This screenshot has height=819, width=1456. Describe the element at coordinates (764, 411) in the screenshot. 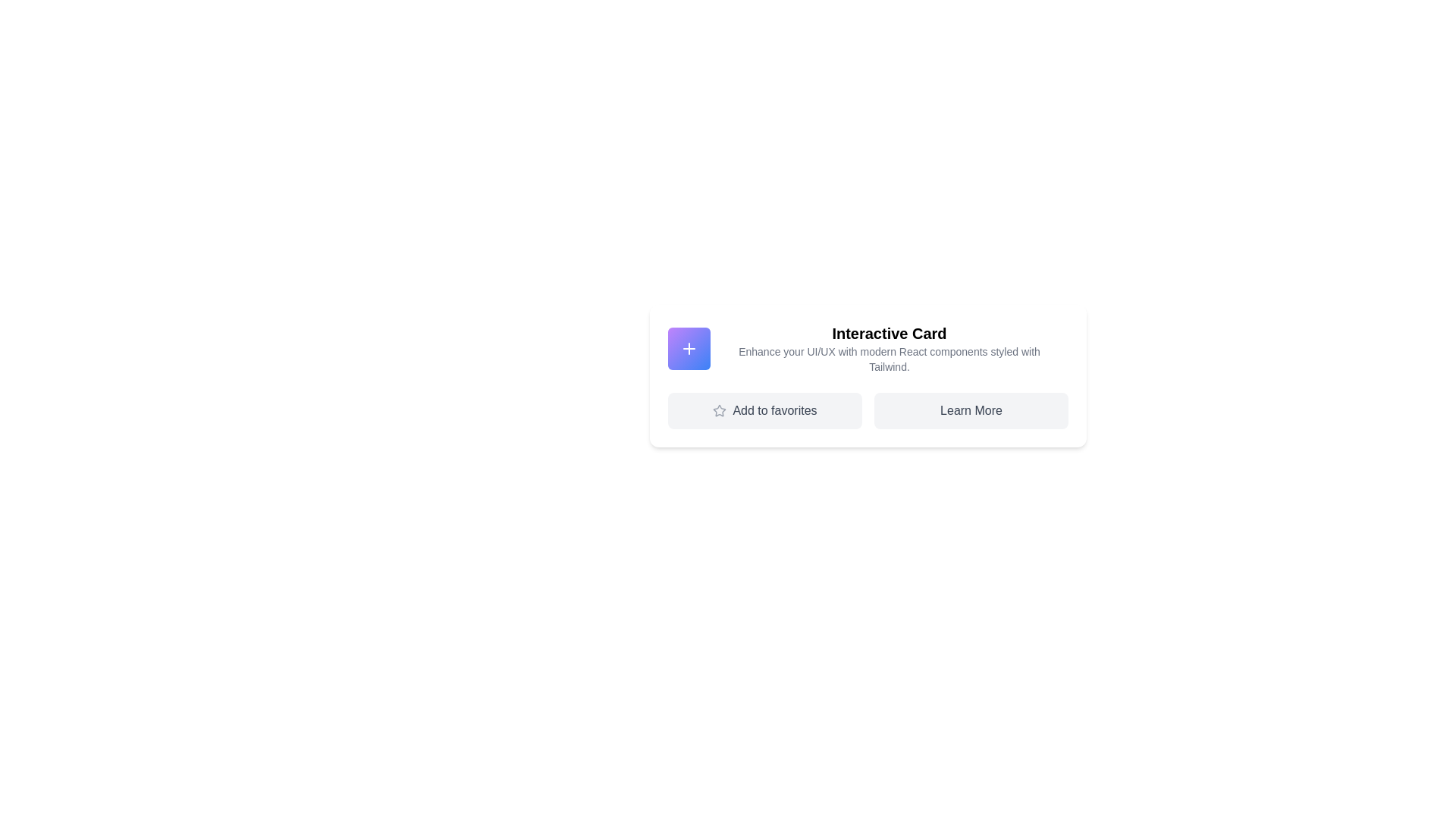

I see `the leftmost button in the two-column grid layout` at that location.